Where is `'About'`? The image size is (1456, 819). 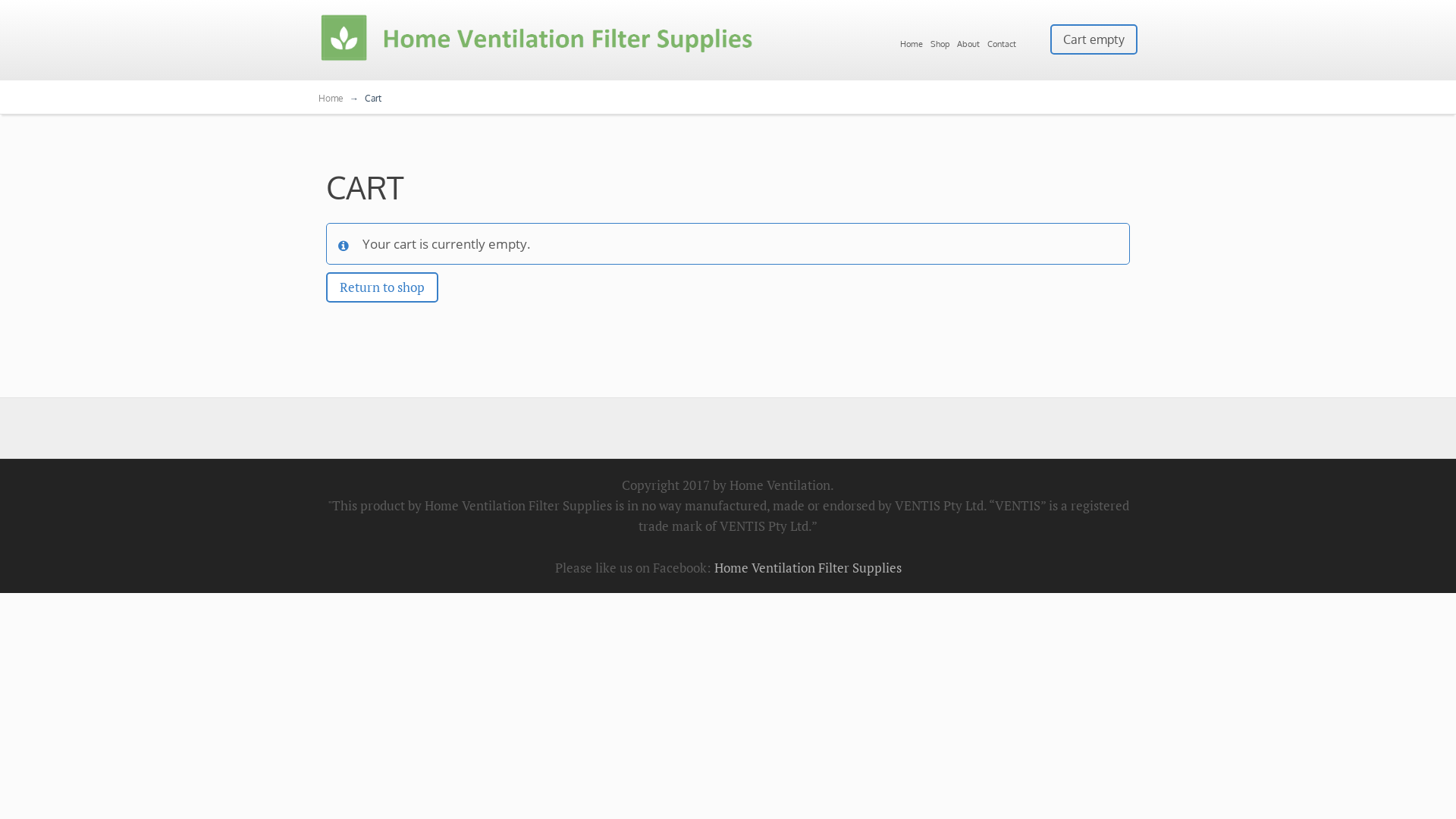 'About' is located at coordinates (971, 39).